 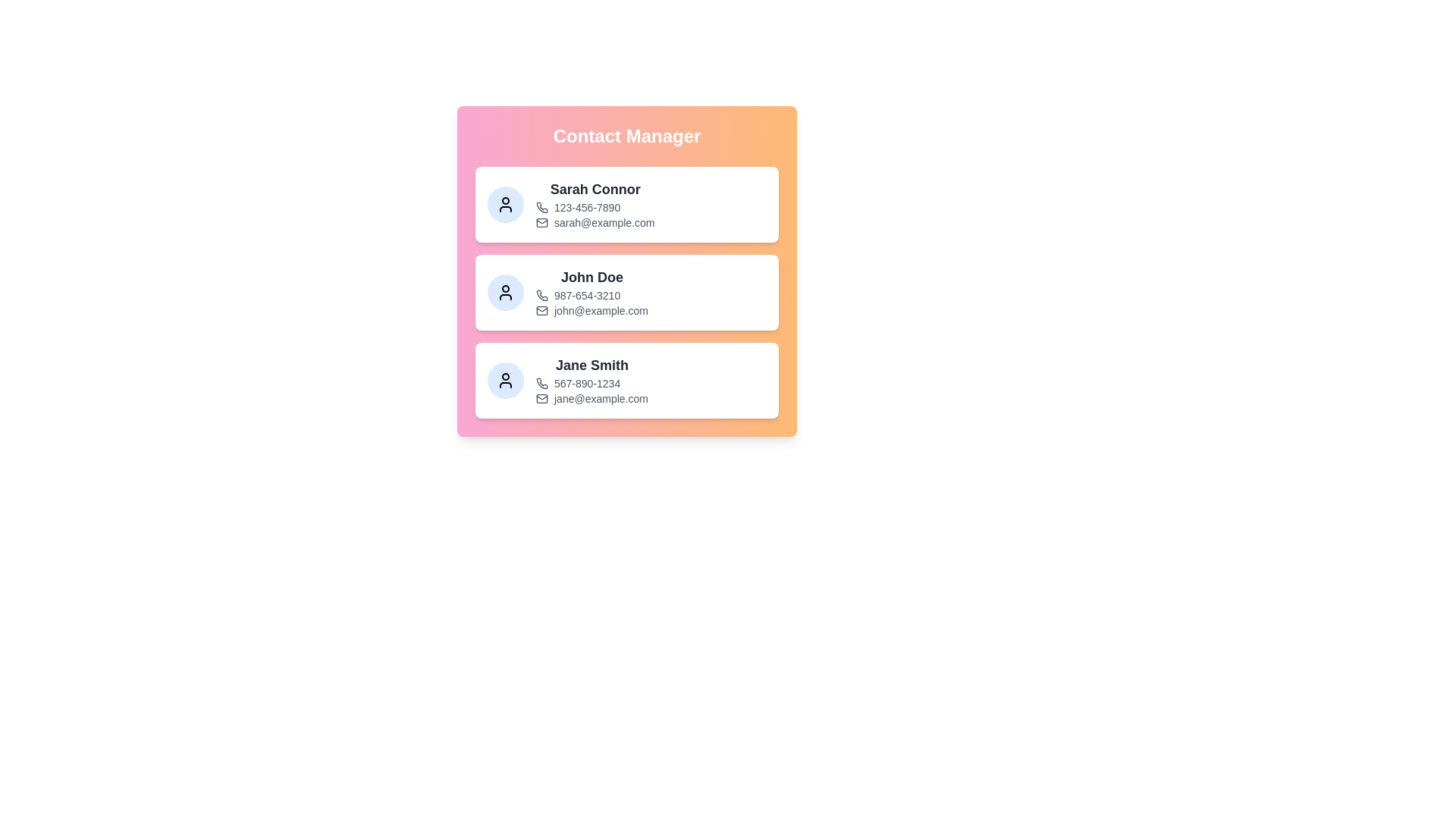 I want to click on the avatar of the contact specified by Sarah Connor, so click(x=506, y=205).